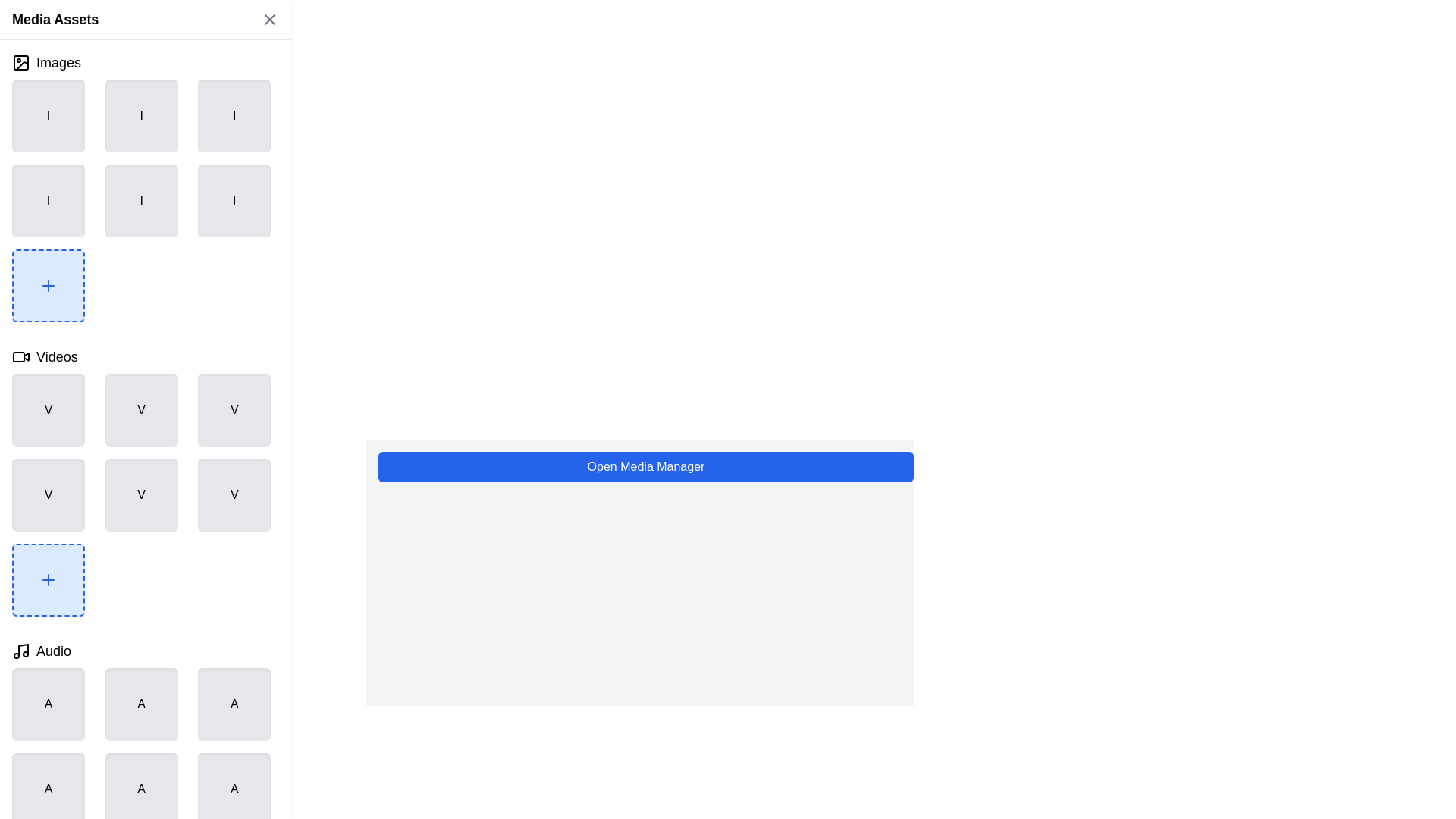 Image resolution: width=1456 pixels, height=819 pixels. Describe the element at coordinates (269, 20) in the screenshot. I see `the Close button represented by a diagonal cross (X) located at the top-right corner of the 'Media Assets' panel for keyboard interaction` at that location.